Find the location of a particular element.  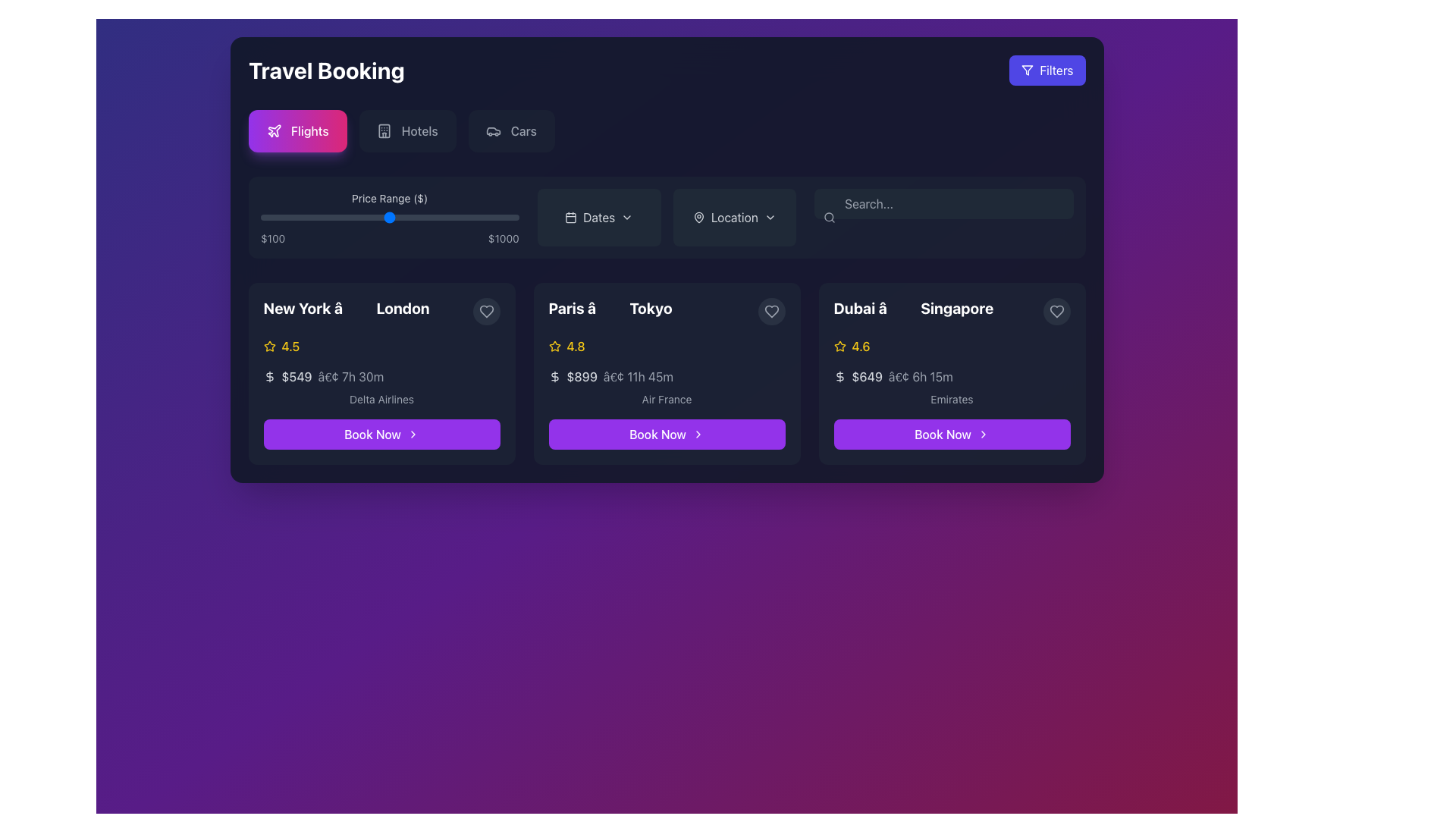

the static text label displaying the airline associated with the first flight option, located beneath the flight price and duration details, and above the 'Book Now' button is located at coordinates (381, 399).